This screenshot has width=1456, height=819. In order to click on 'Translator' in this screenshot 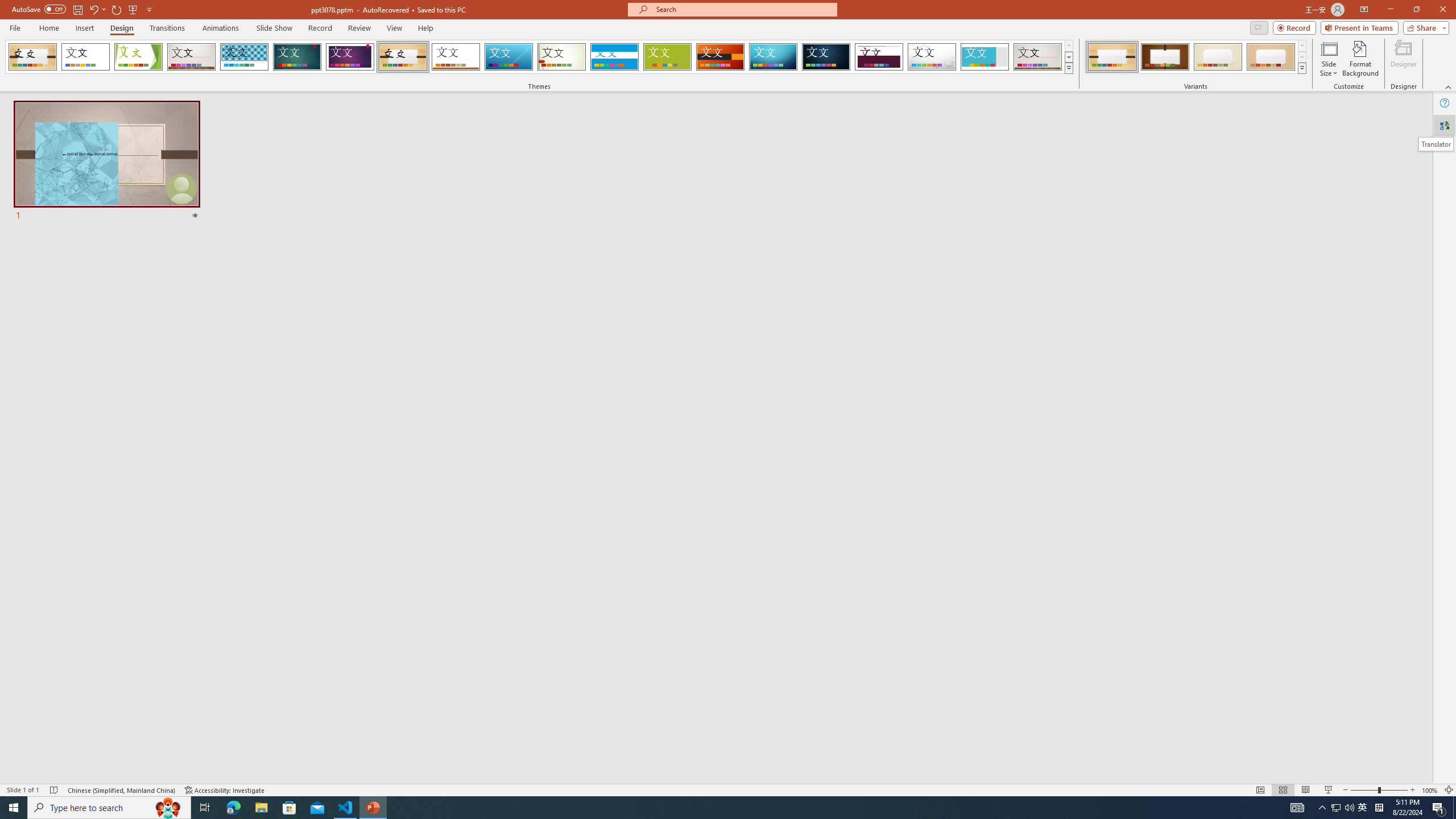, I will do `click(1444, 126)`.